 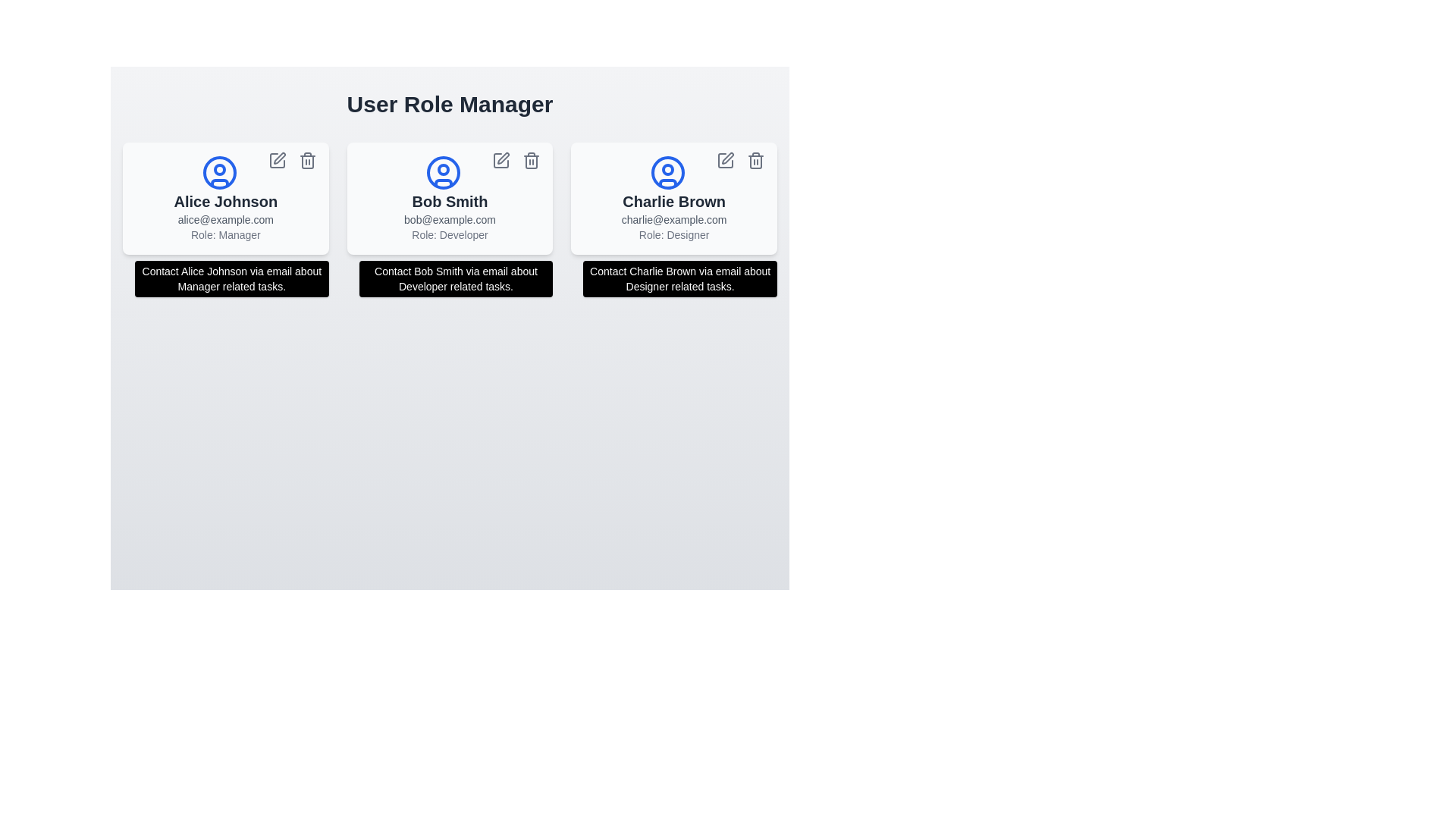 What do you see at coordinates (673, 201) in the screenshot?
I see `text content of the user name displayed prominently at the upper-middle portion of the user card, which is the first text element above the email and role information` at bounding box center [673, 201].